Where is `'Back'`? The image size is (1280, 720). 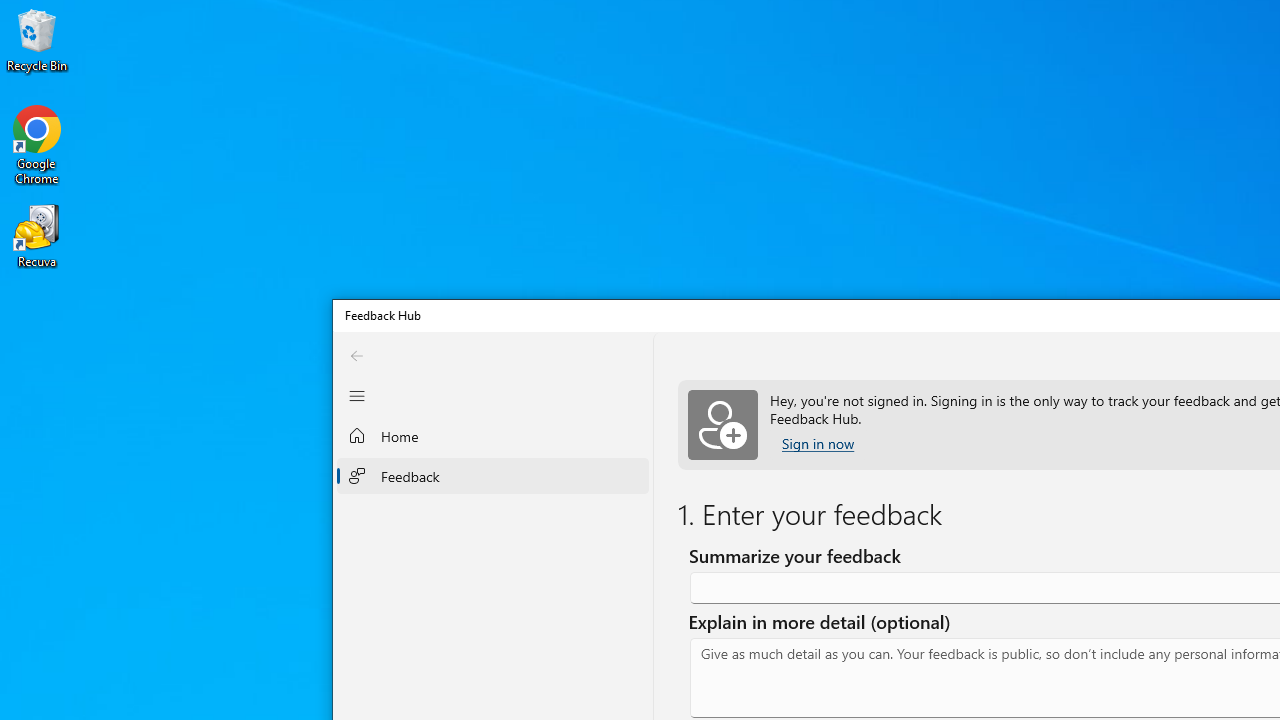
'Back' is located at coordinates (357, 354).